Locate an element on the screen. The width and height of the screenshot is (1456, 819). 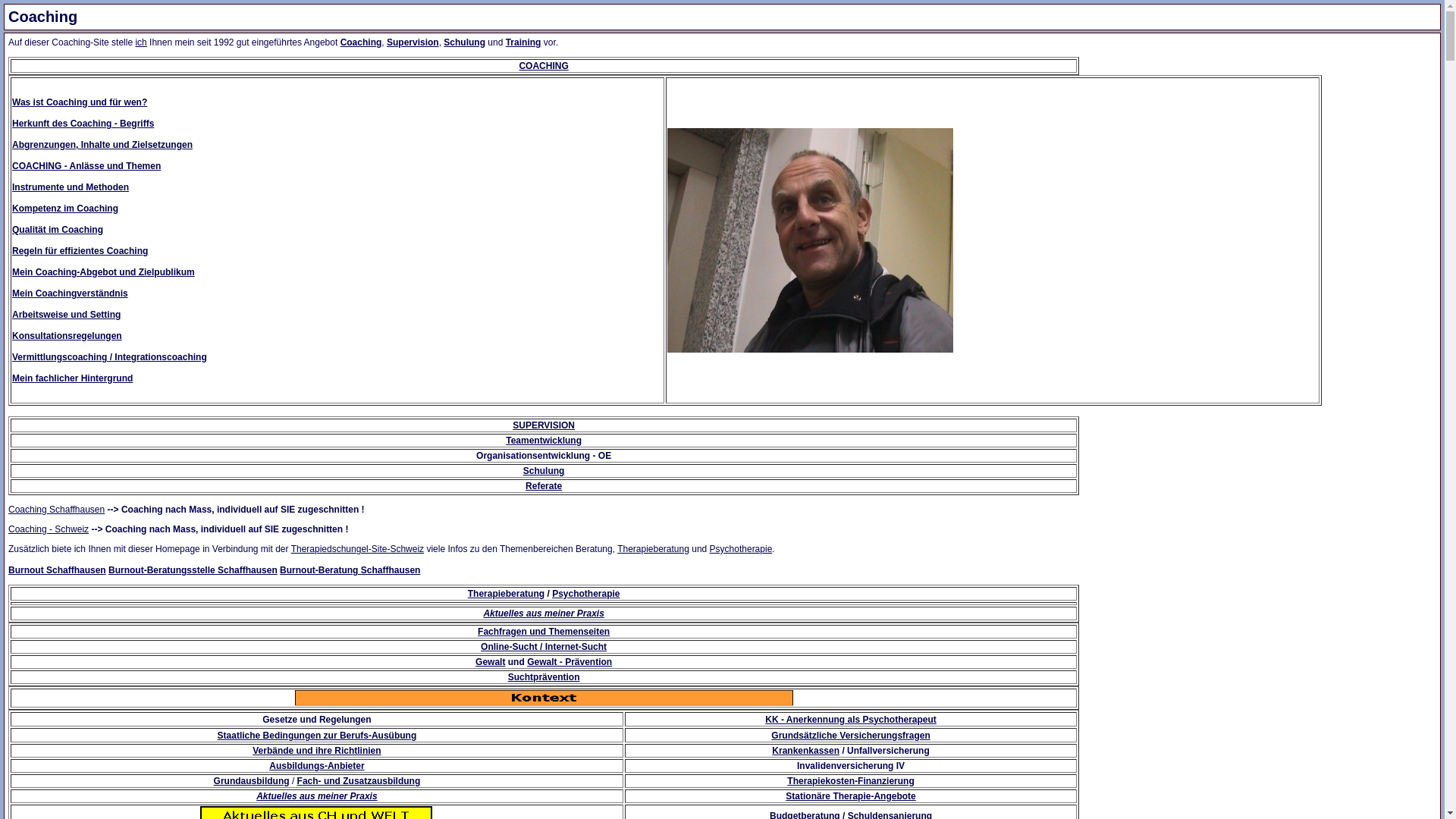
'Mein Coaching-Abgebot und Zielpublikum' is located at coordinates (102, 271).